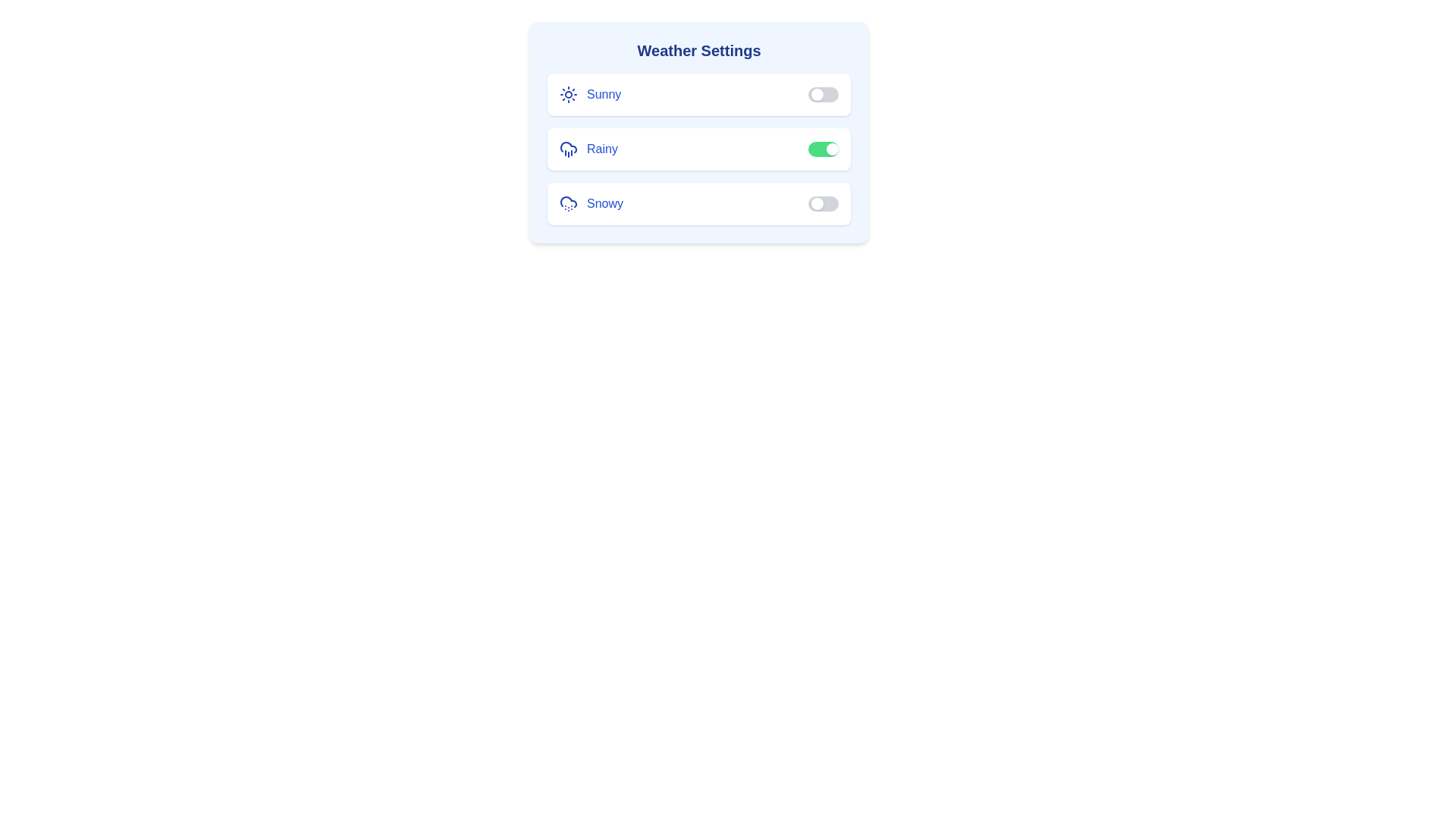 Image resolution: width=1456 pixels, height=819 pixels. What do you see at coordinates (832, 149) in the screenshot?
I see `the toggle indicator located at the right end of the green toggle track in the 'Weather Settings' section, which is associated with the 'Rainy' option` at bounding box center [832, 149].